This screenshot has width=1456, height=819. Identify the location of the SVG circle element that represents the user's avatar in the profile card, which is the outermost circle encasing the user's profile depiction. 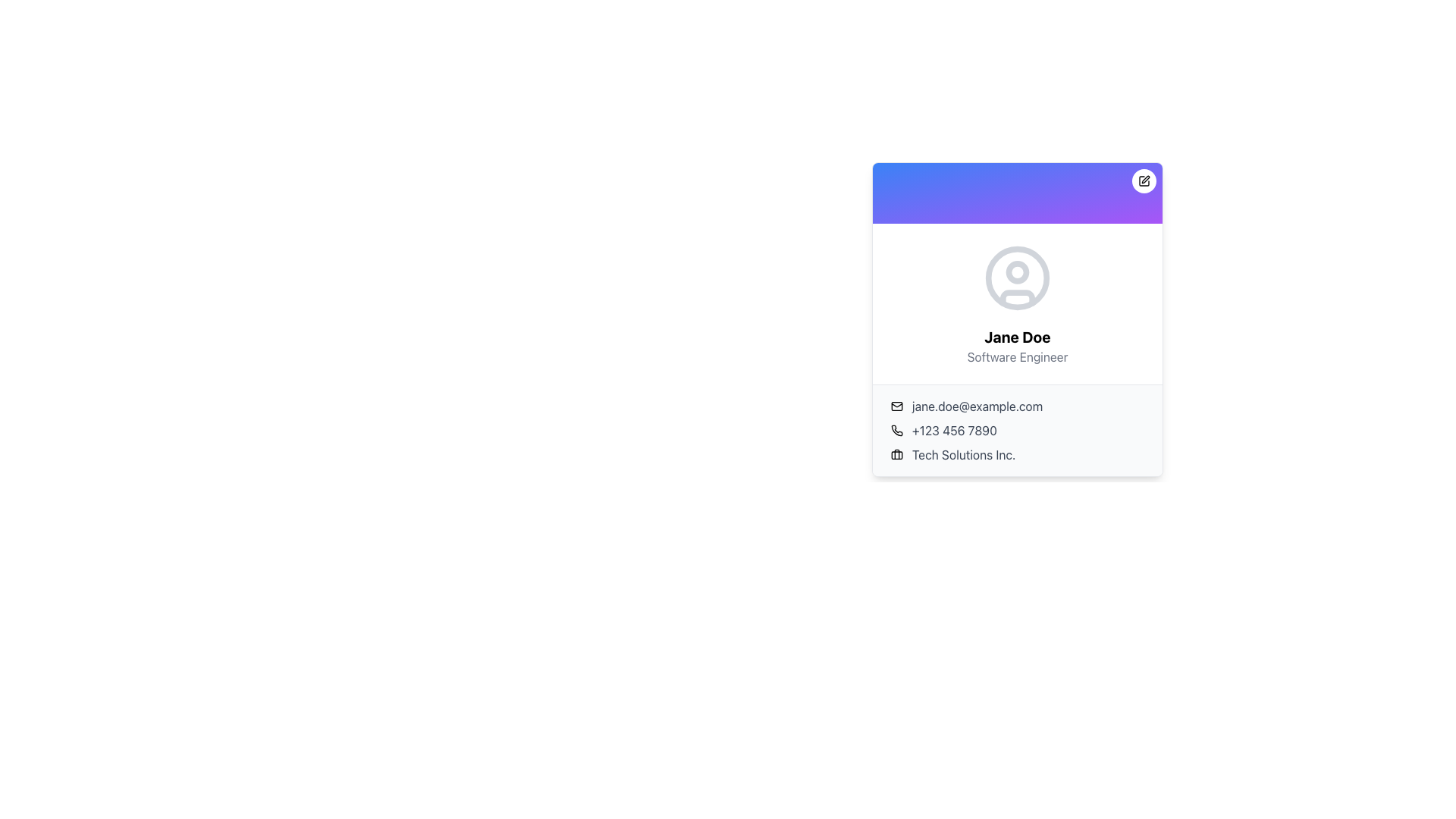
(1018, 278).